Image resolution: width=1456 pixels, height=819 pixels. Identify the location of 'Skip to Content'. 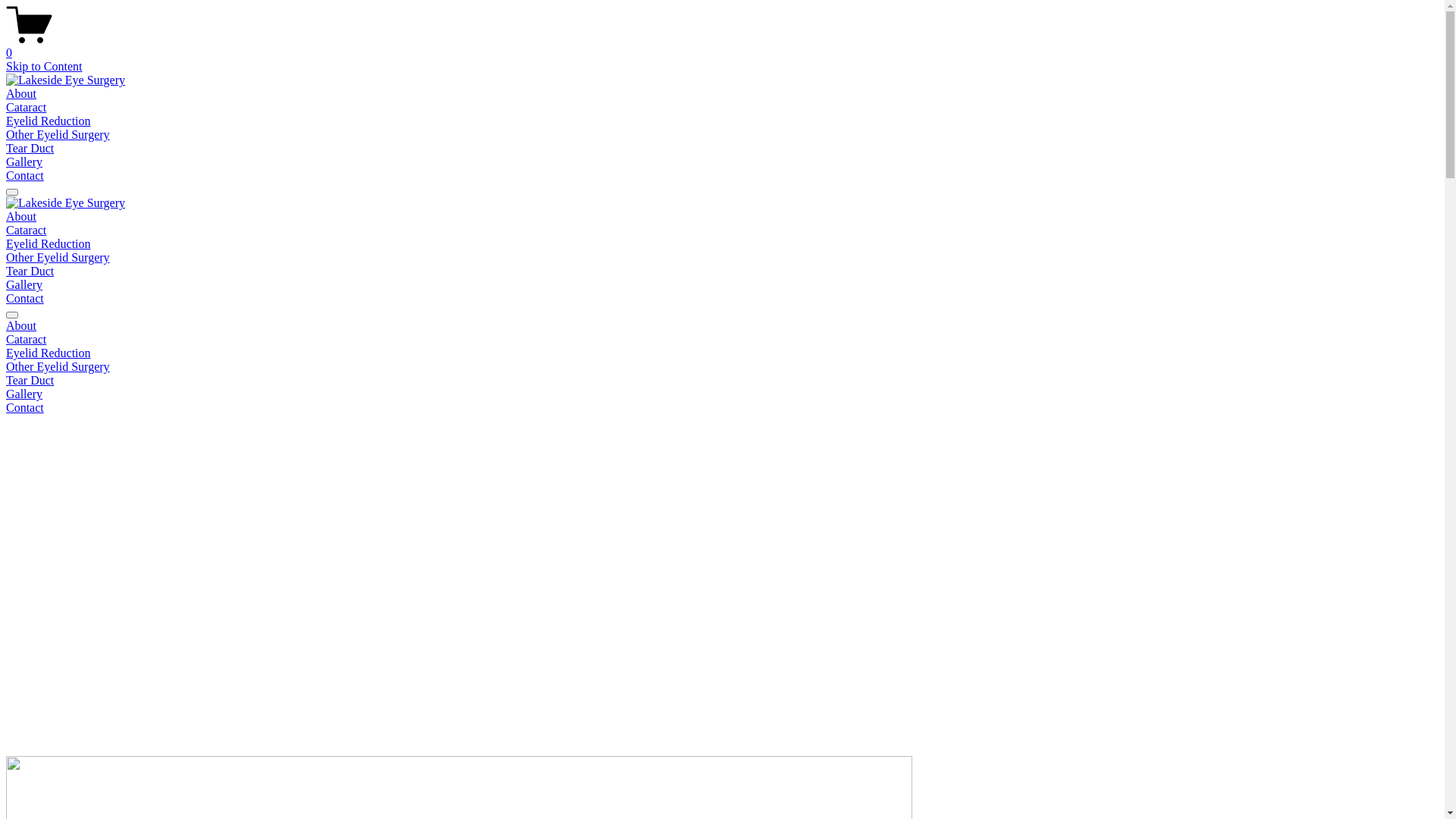
(6, 65).